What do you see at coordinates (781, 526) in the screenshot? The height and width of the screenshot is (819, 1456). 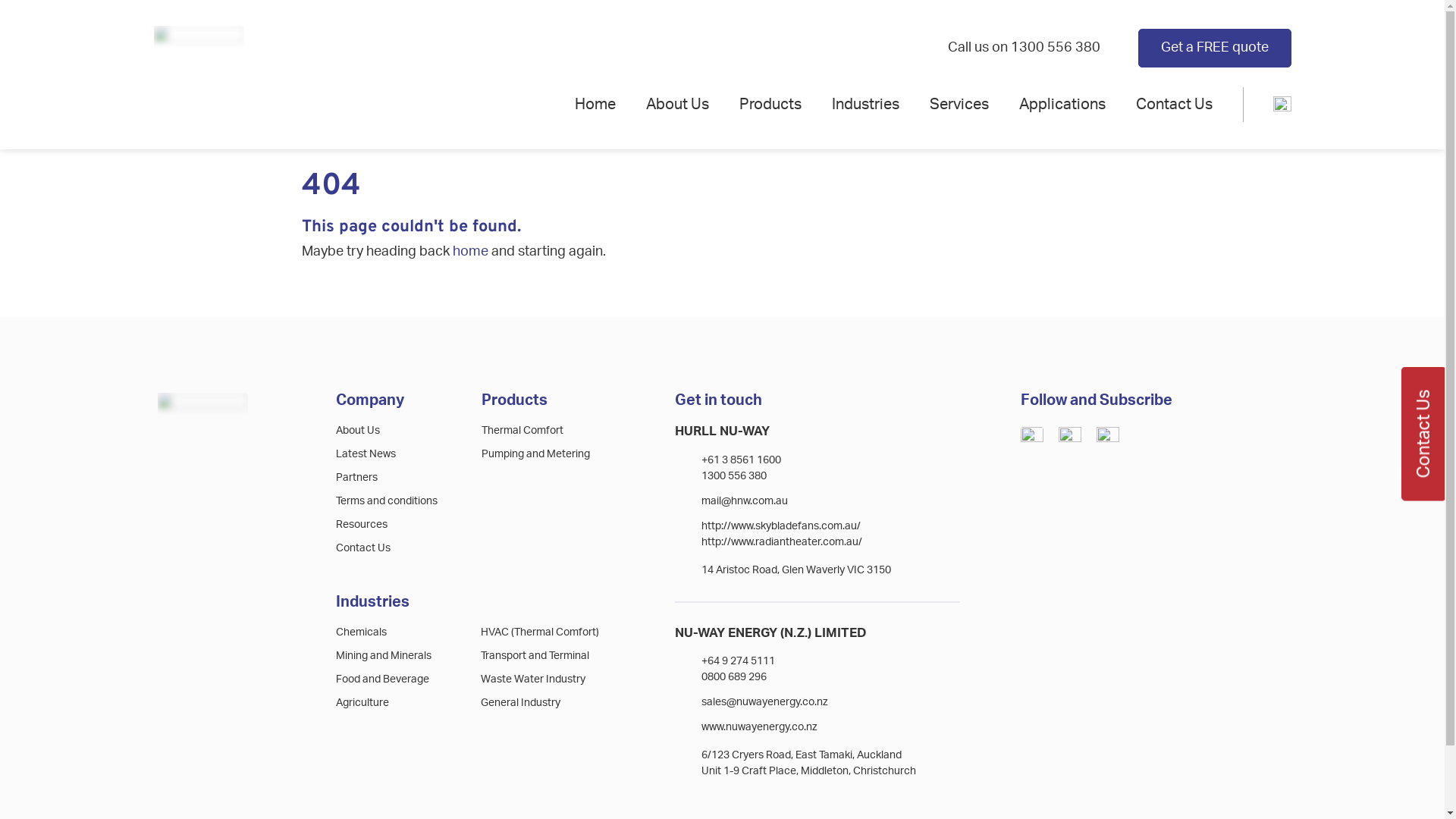 I see `'http://www.skybladefans.com.au/'` at bounding box center [781, 526].